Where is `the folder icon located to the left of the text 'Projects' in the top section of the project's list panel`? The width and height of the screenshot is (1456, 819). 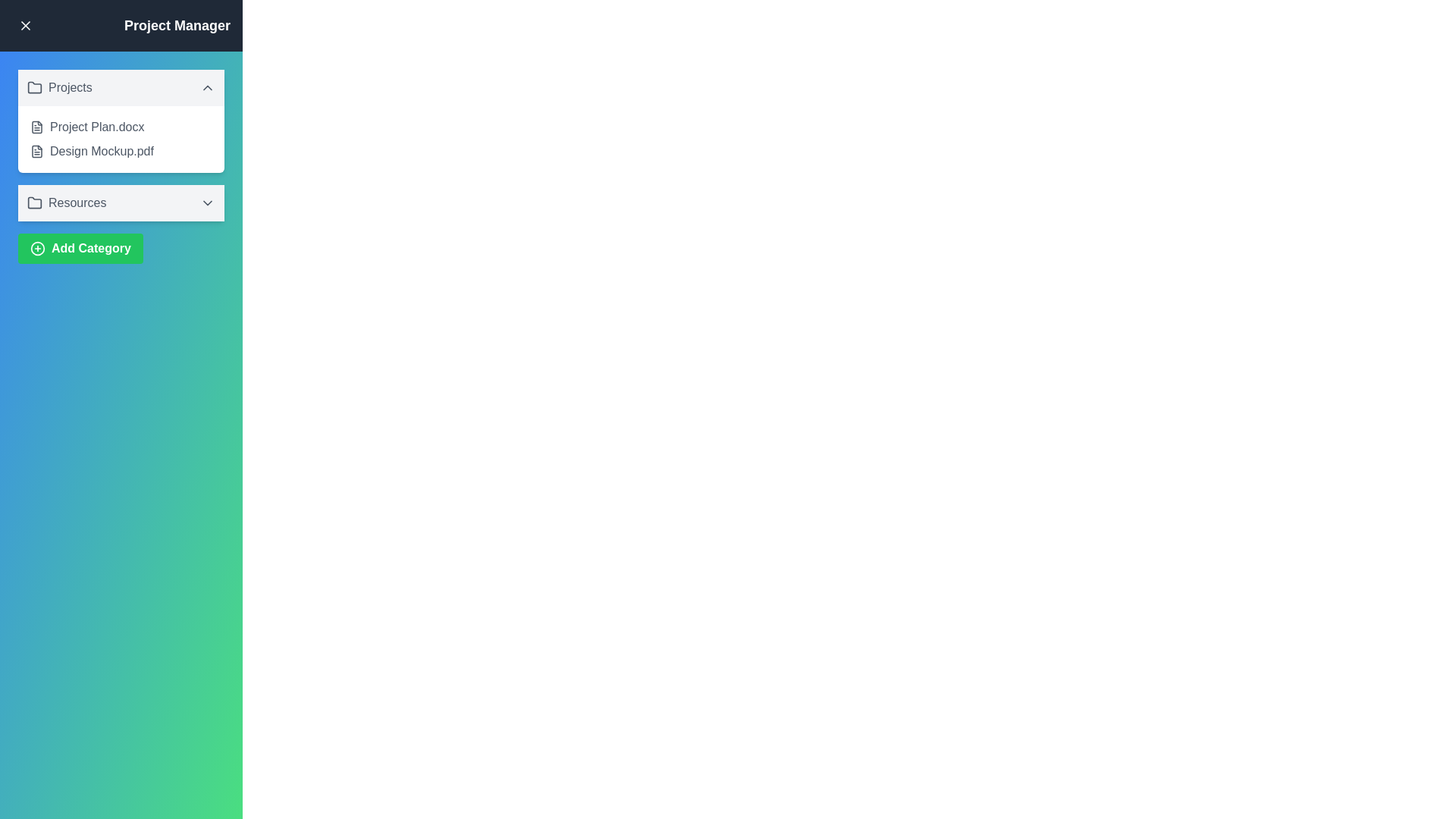
the folder icon located to the left of the text 'Projects' in the top section of the project's list panel is located at coordinates (35, 87).